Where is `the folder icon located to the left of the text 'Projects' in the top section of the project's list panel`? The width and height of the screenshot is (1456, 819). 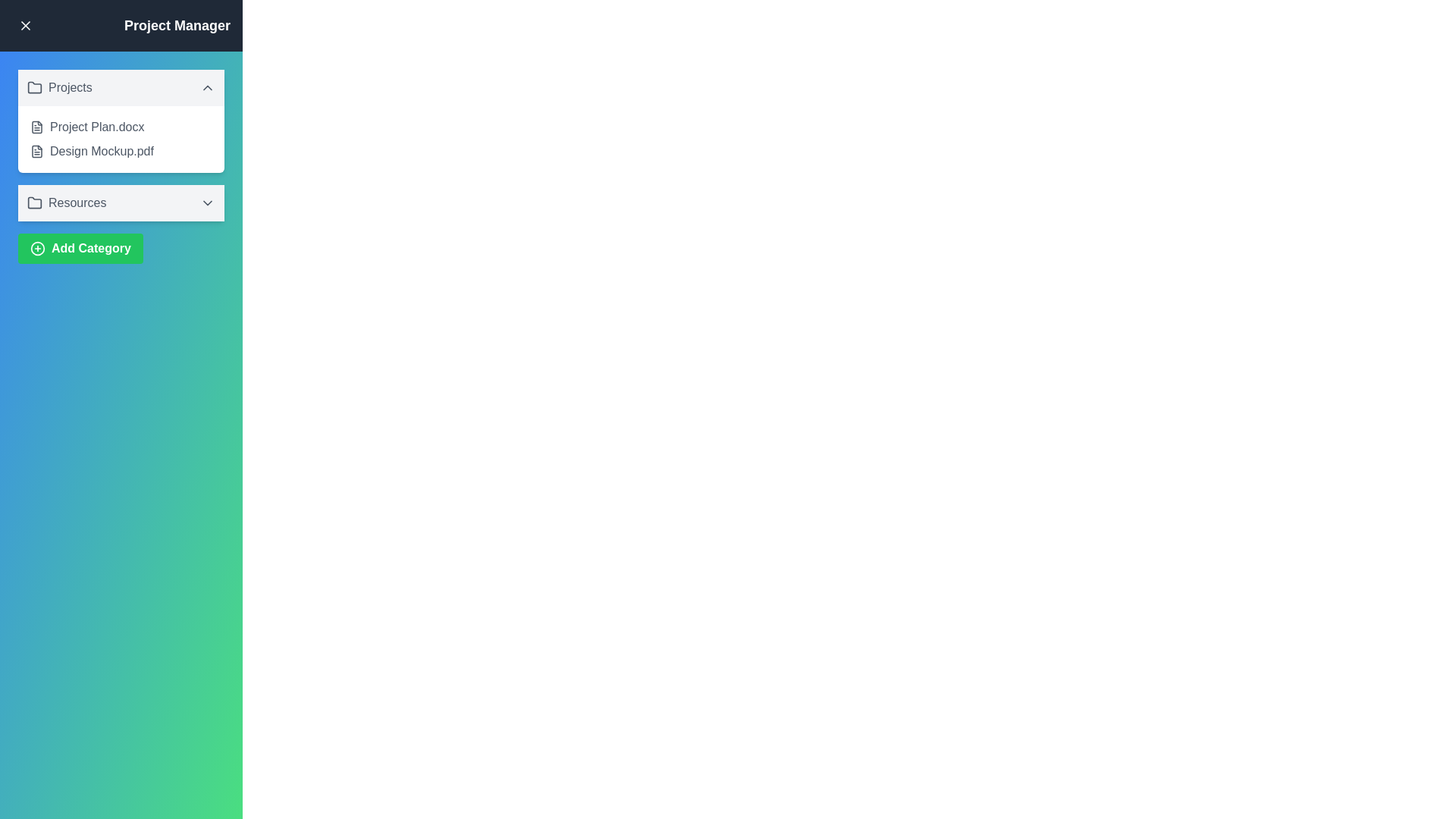
the folder icon located to the left of the text 'Projects' in the top section of the project's list panel is located at coordinates (35, 87).